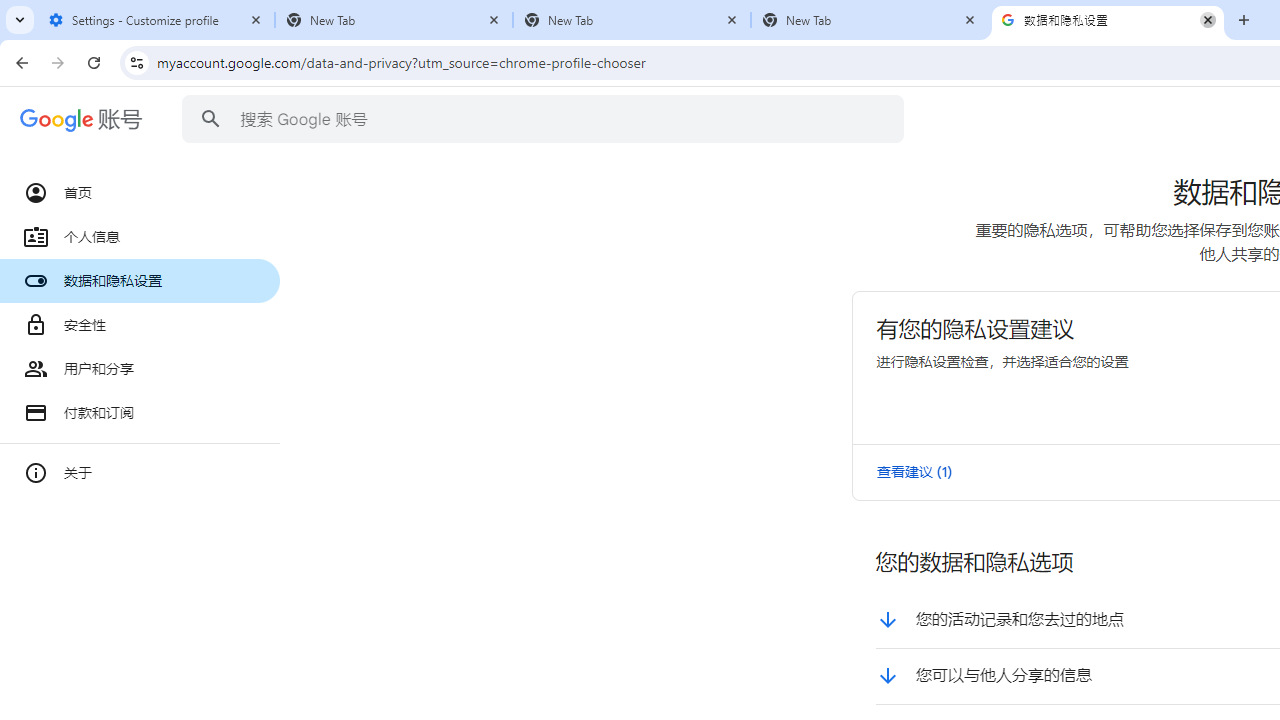 Image resolution: width=1280 pixels, height=720 pixels. Describe the element at coordinates (870, 20) in the screenshot. I see `'New Tab'` at that location.